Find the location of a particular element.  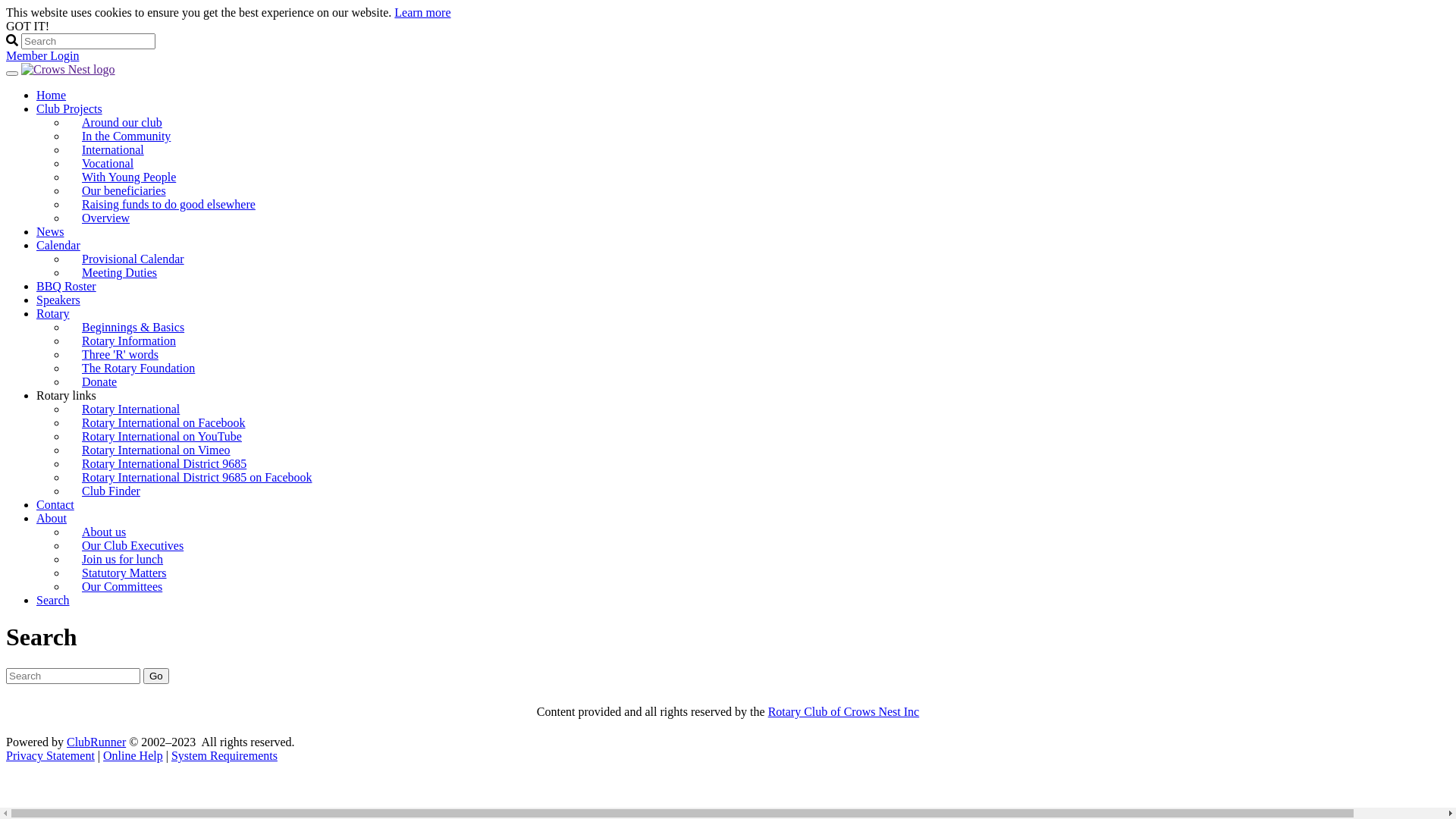

'Rotary' is located at coordinates (53, 312).